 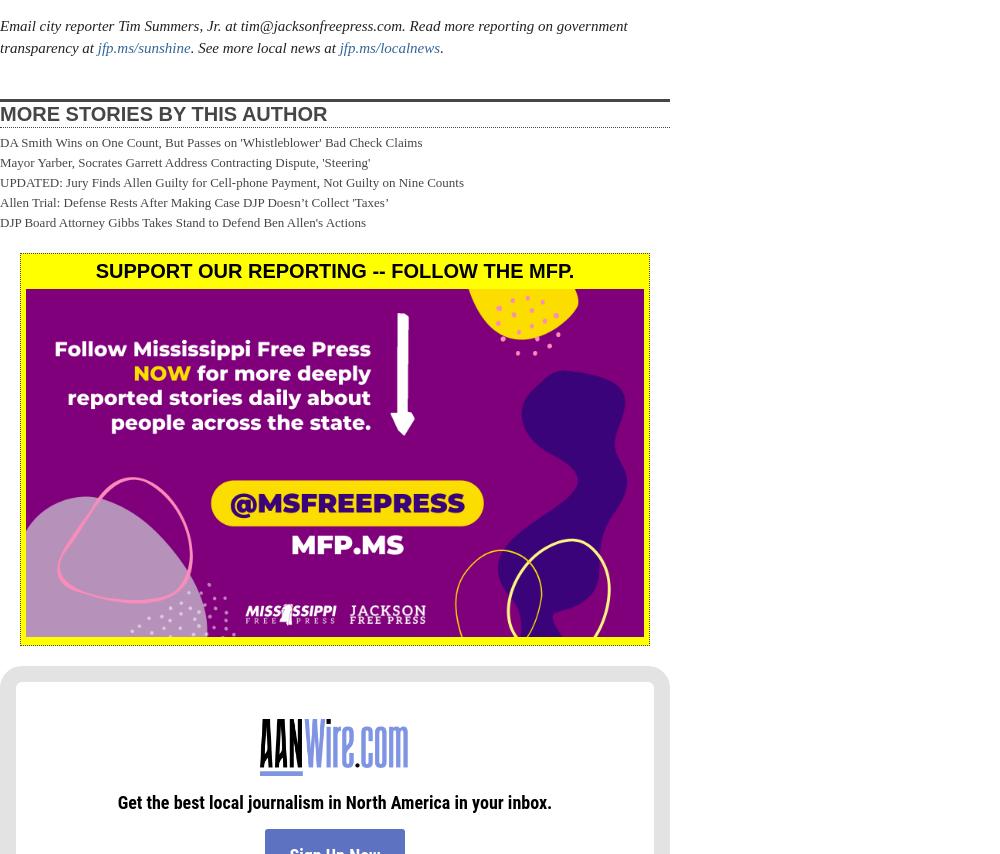 I want to click on 'jfp.ms/localnews', so click(x=389, y=47).